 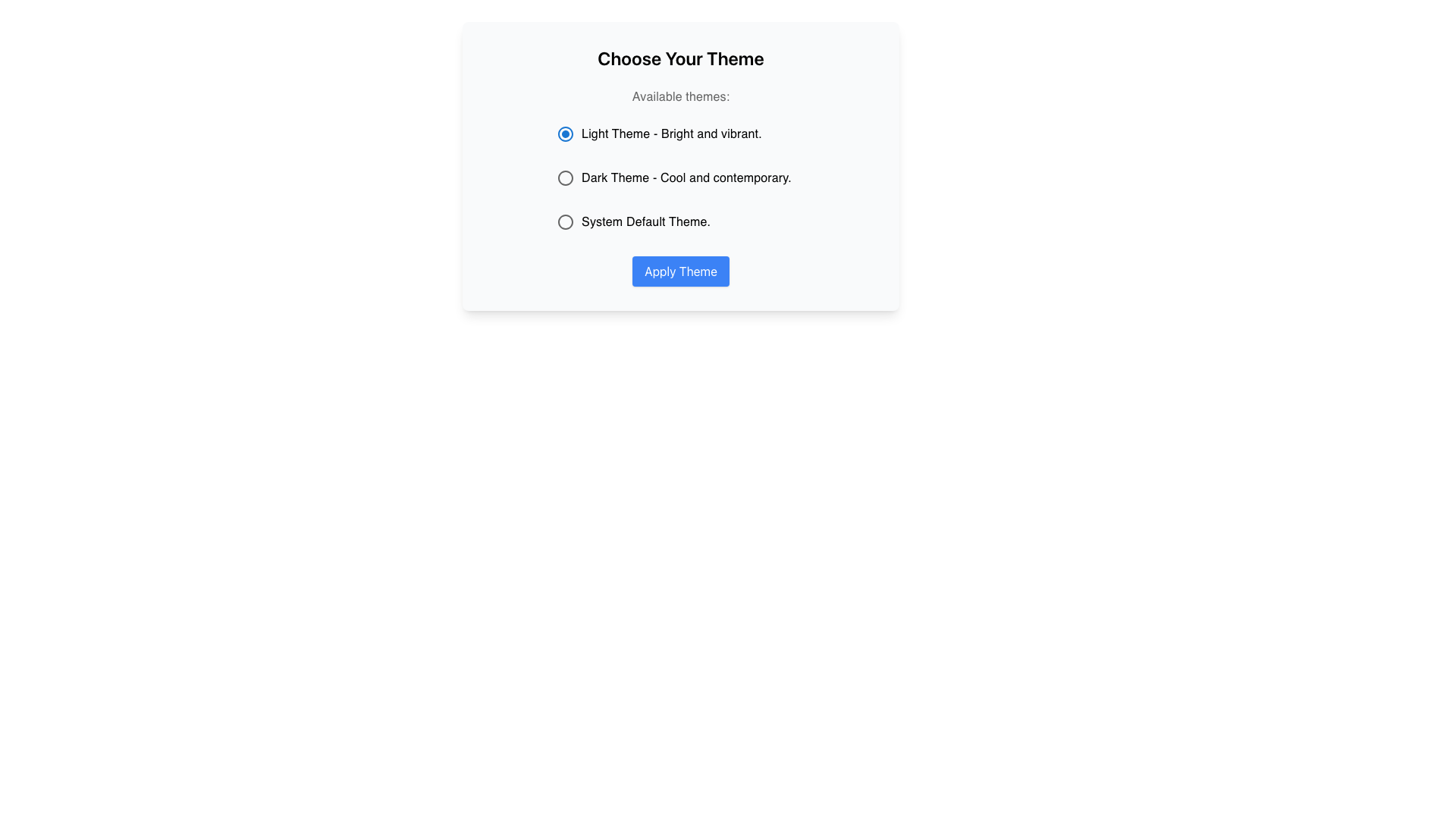 What do you see at coordinates (565, 133) in the screenshot?
I see `the radio button indicator for the 'Light Theme' option` at bounding box center [565, 133].